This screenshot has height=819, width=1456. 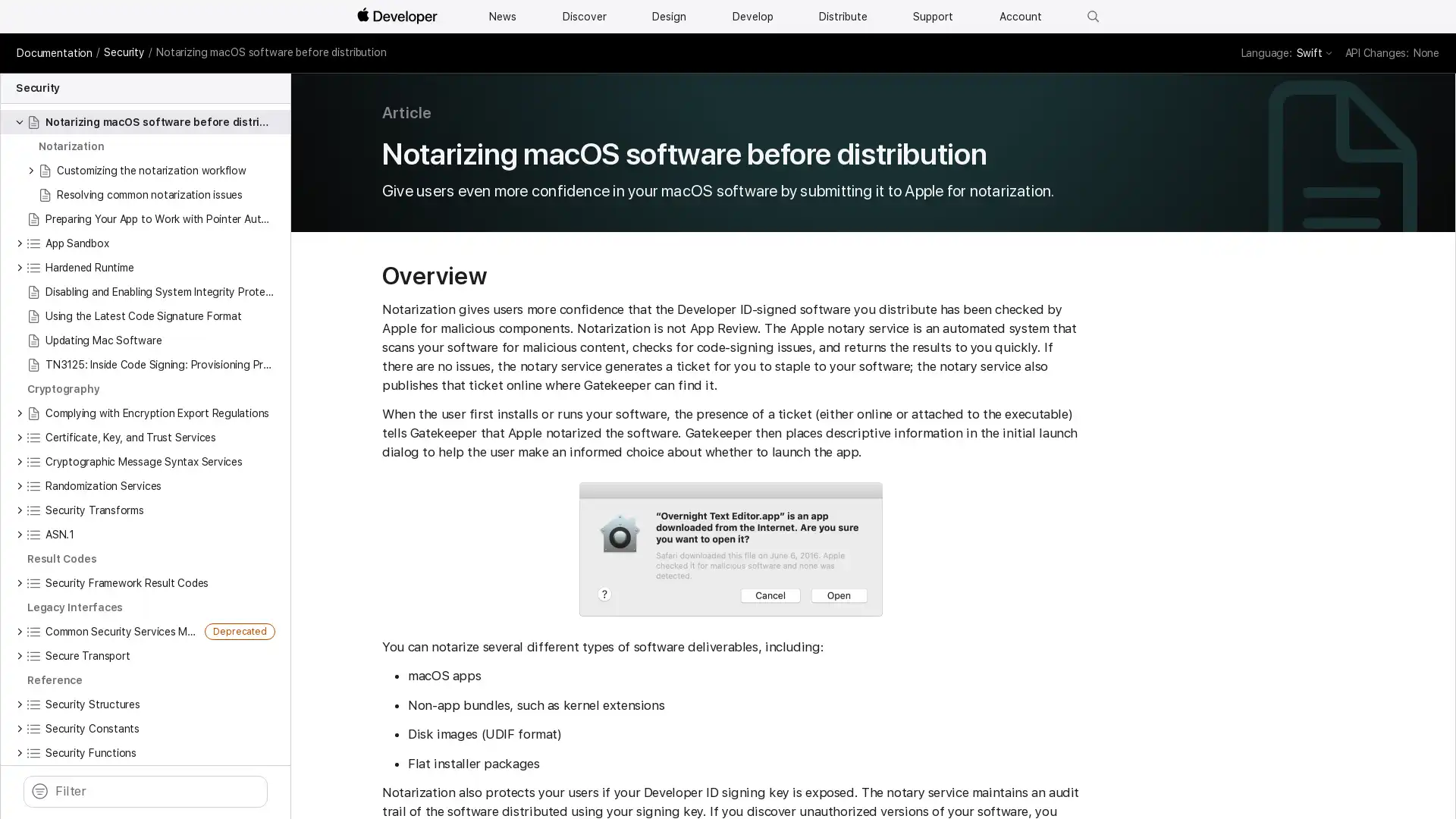 I want to click on App Sandbox, so click(x=17, y=251).